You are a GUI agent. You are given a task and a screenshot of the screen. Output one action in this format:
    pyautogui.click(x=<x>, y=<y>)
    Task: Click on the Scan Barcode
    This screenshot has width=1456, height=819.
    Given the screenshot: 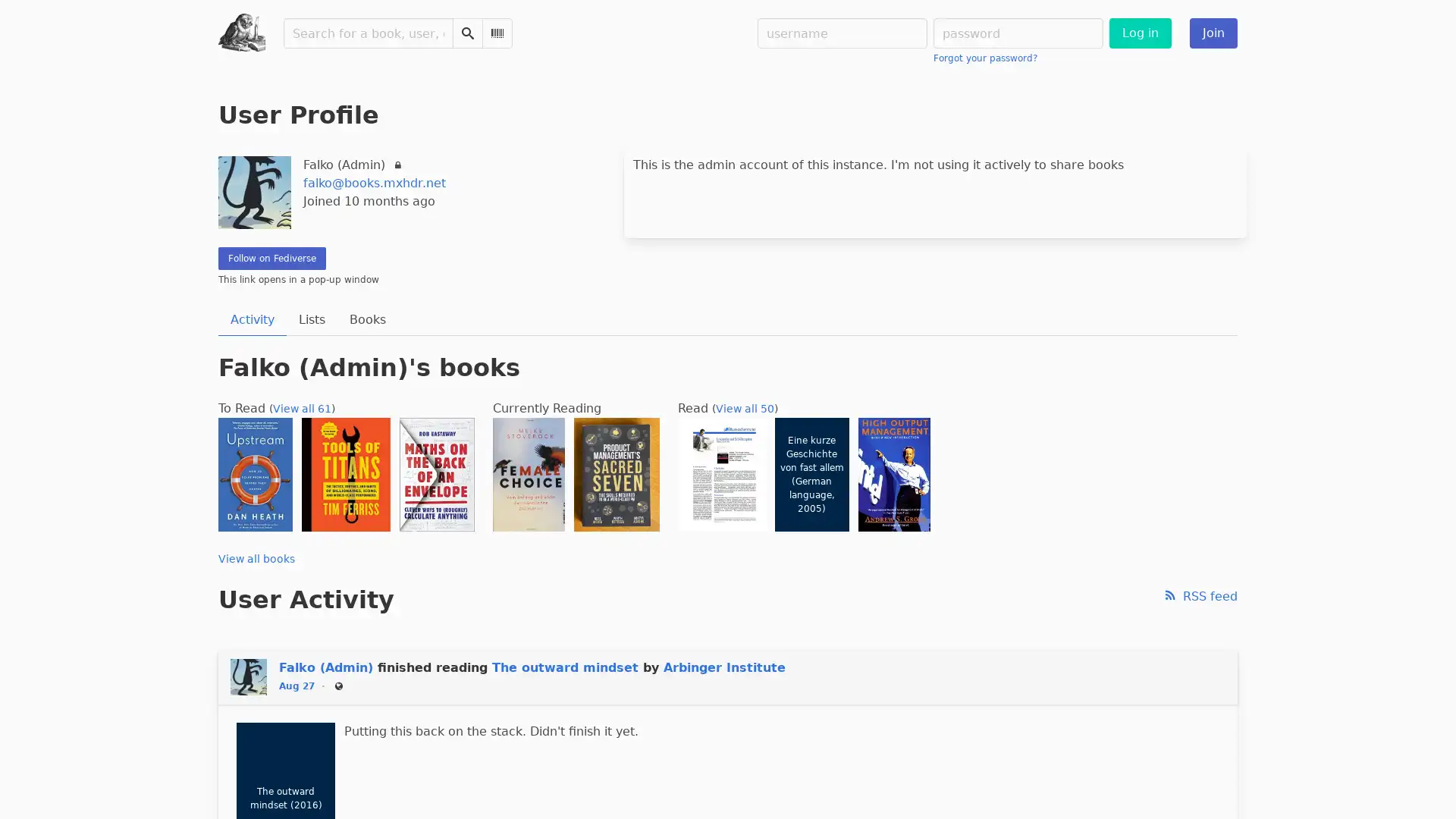 What is the action you would take?
    pyautogui.click(x=497, y=33)
    